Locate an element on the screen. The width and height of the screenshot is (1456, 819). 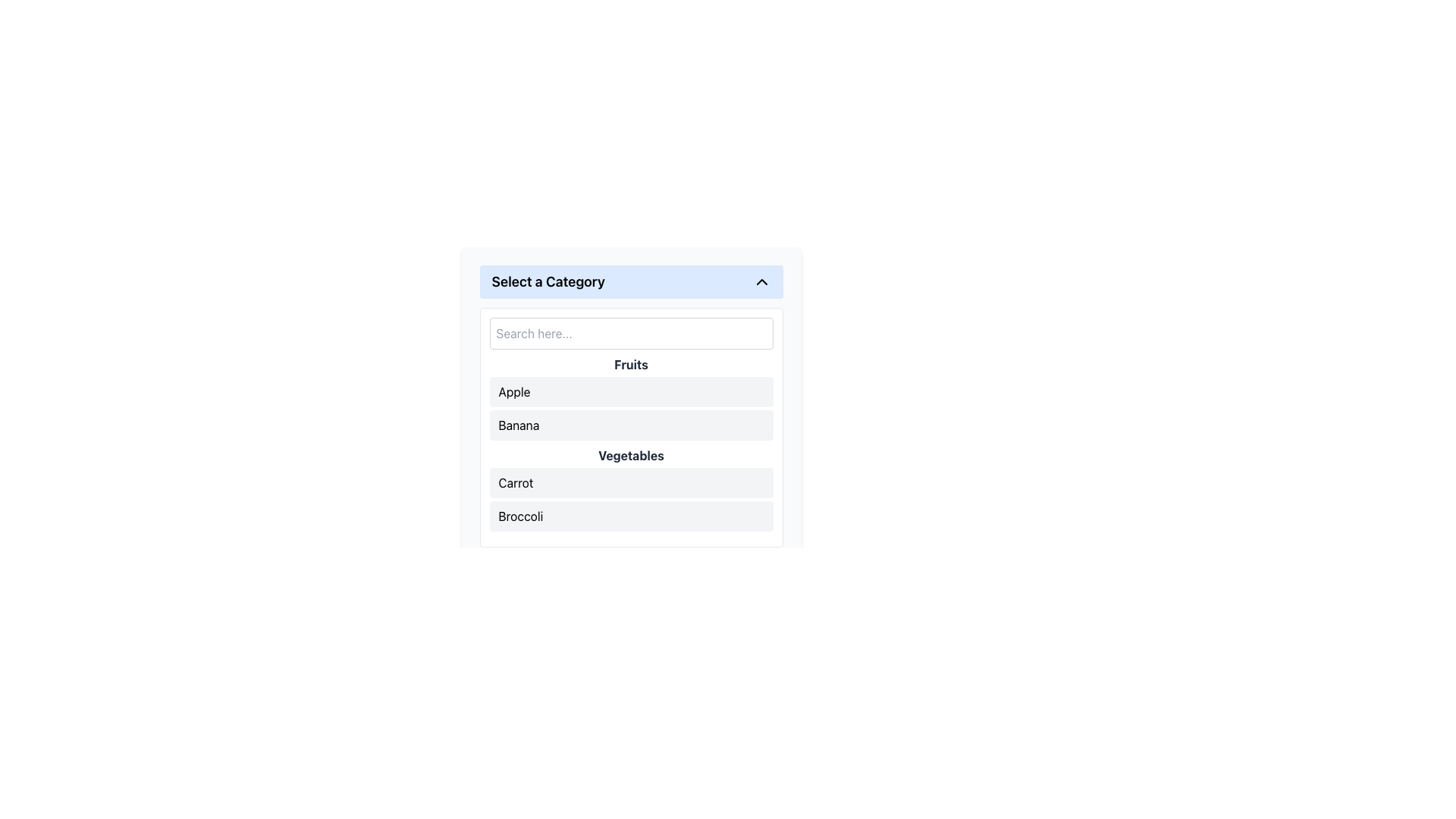
the 'Broccoli' selectable list item located under the 'Vegetables' category is located at coordinates (631, 516).